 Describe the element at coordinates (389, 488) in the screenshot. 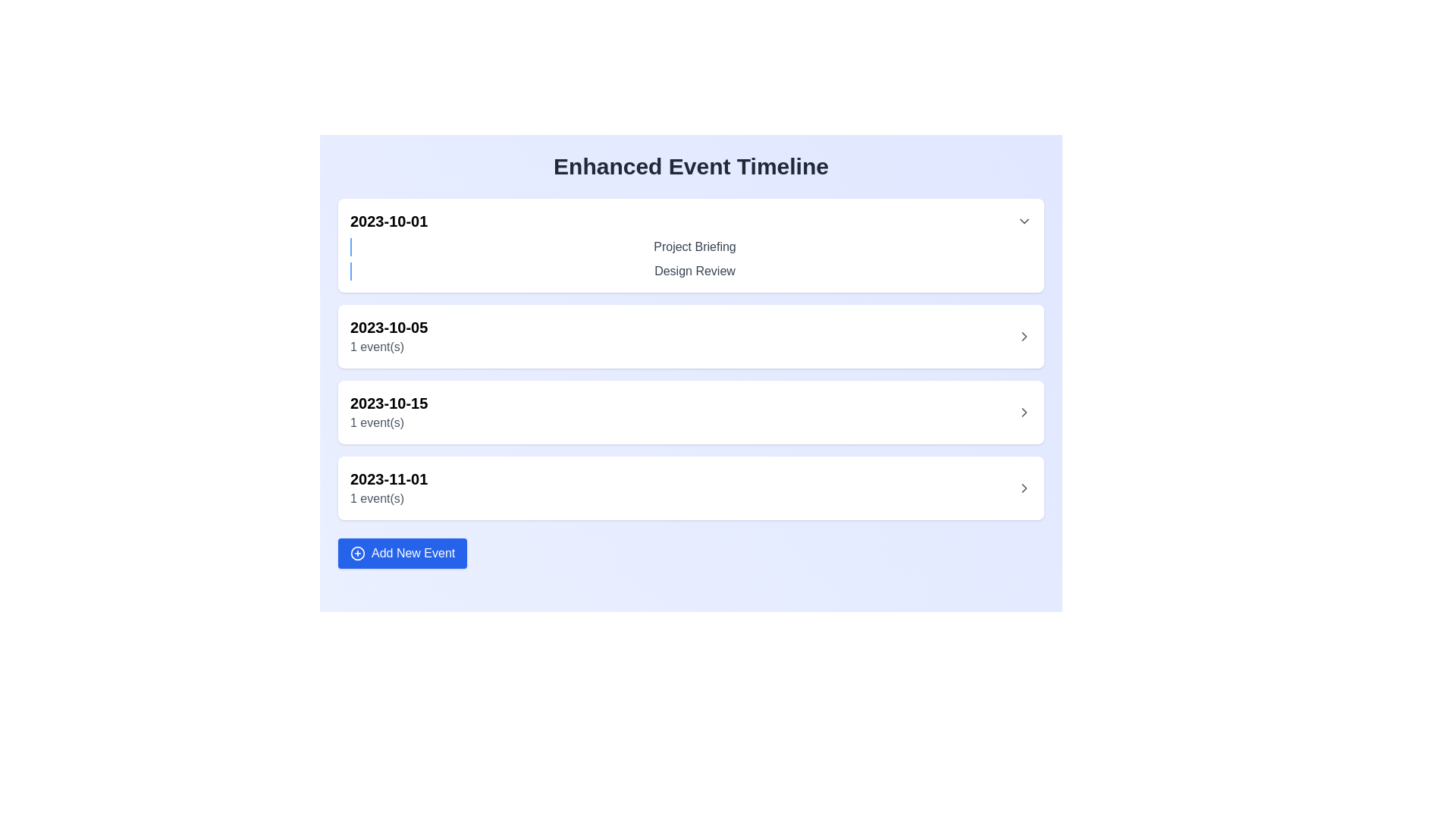

I see `the date and event count display element that shows the date '2023-11-01' and '1 event(s)', which is the fourth visible item in a vertically arranged list of similar elements` at that location.